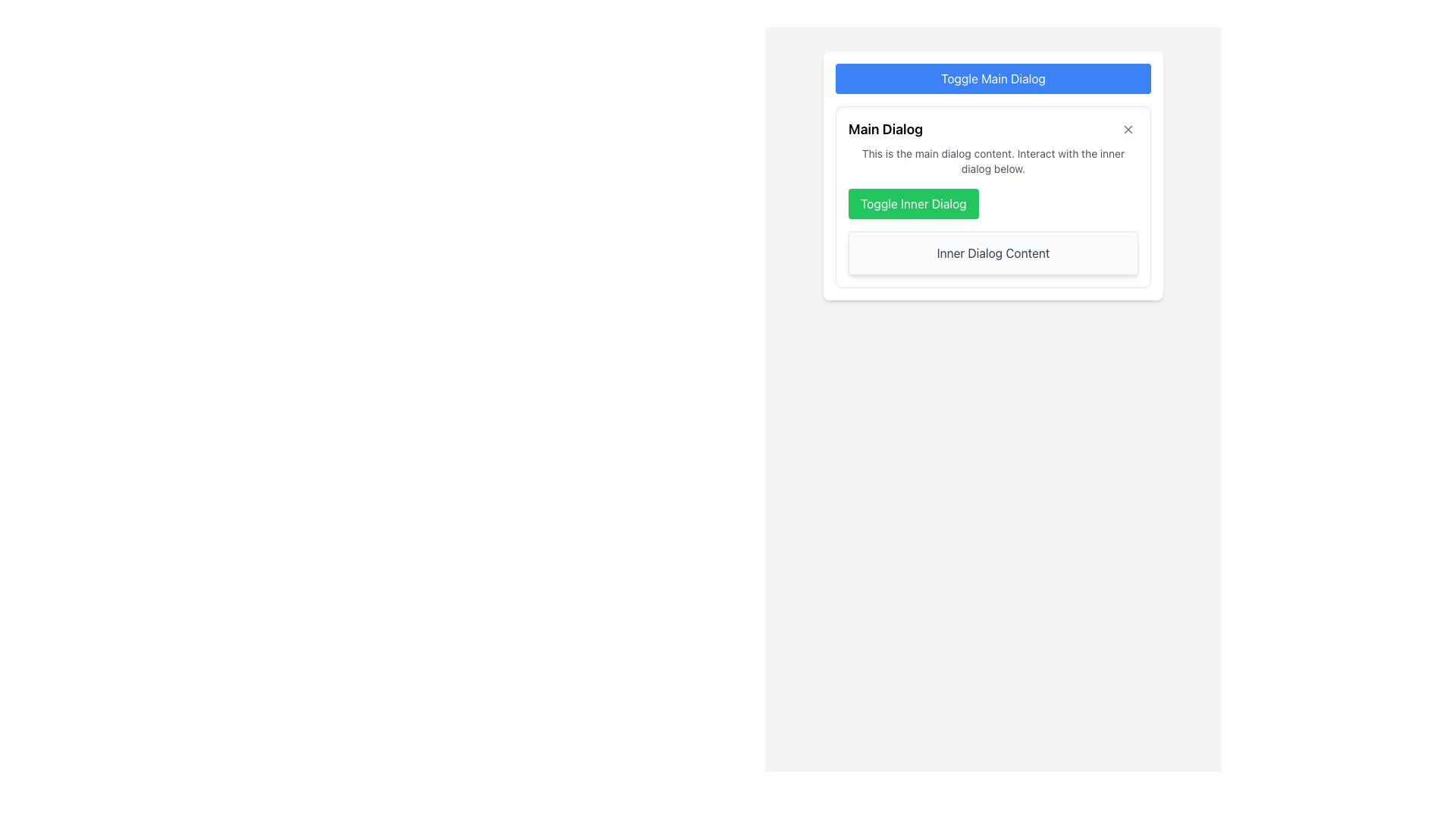  Describe the element at coordinates (885, 128) in the screenshot. I see `title text label that displays 'Main Dialog' at the top-left of the dialog box` at that location.